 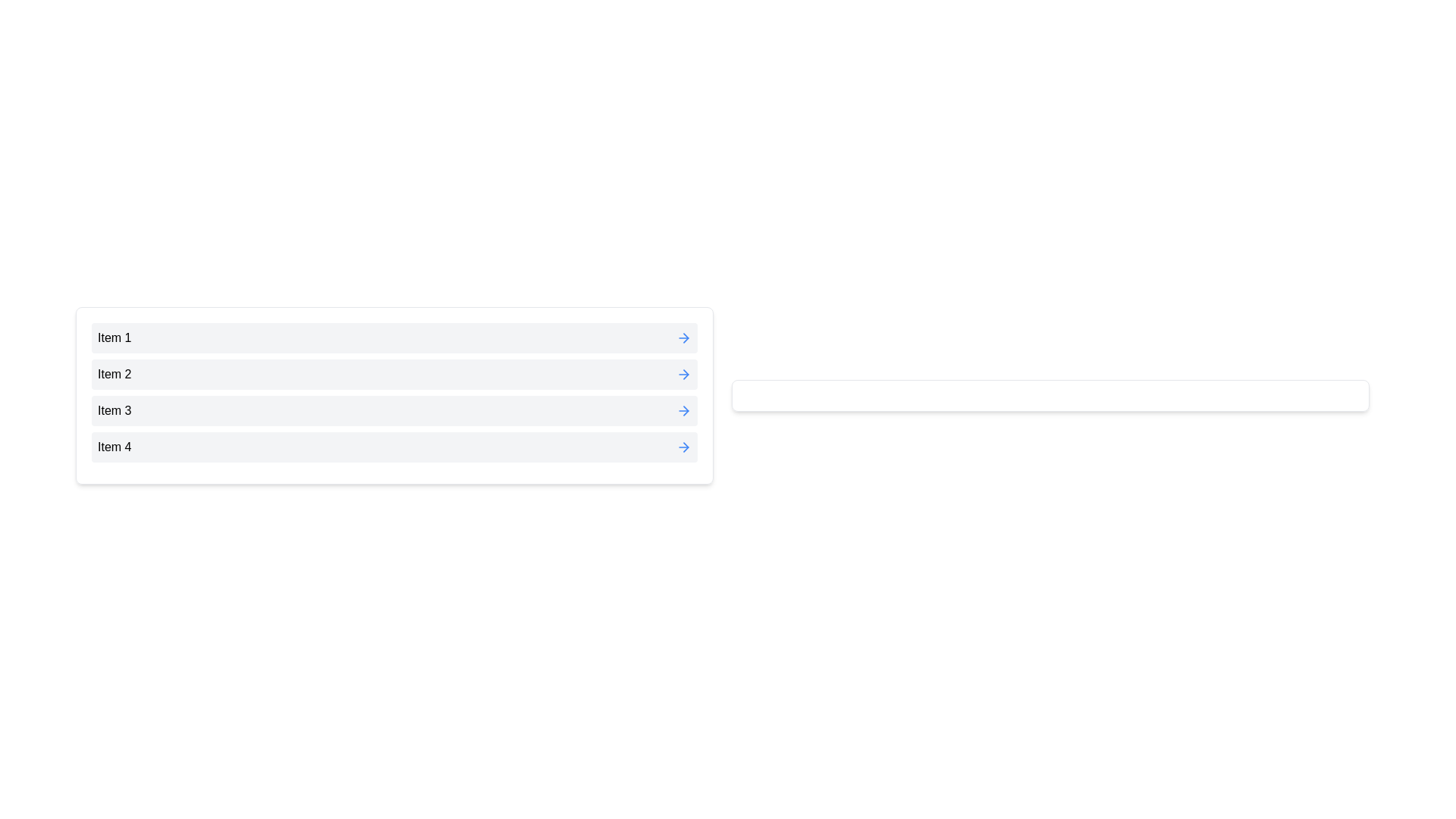 I want to click on the blue arrow button next to Item 3 to move it to the right list, so click(x=683, y=411).